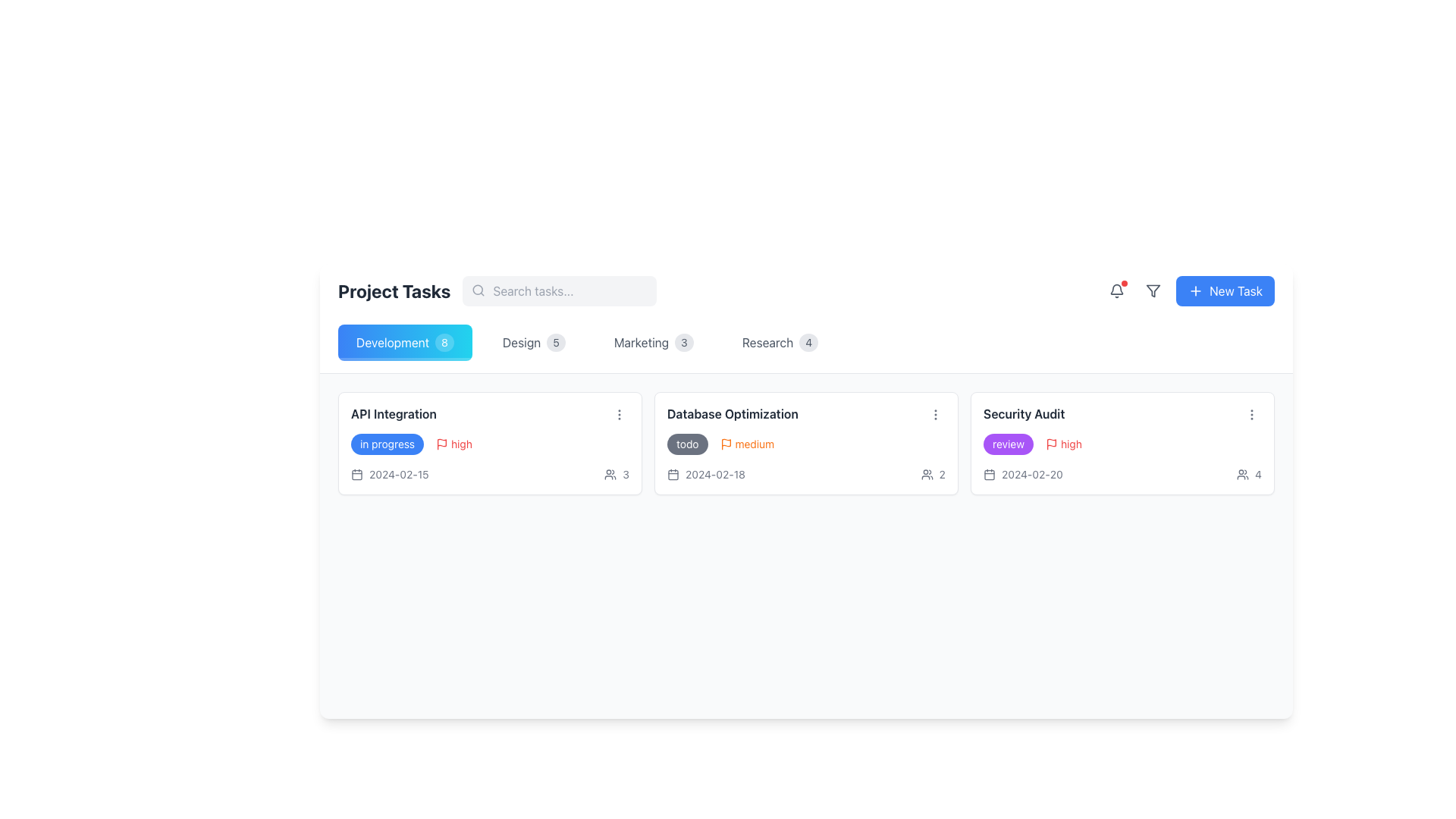 The width and height of the screenshot is (1456, 819). What do you see at coordinates (394, 414) in the screenshot?
I see `the 'API Integration' label, which is displayed in bold dark gray text on a white background, located at the top left of the task card` at bounding box center [394, 414].